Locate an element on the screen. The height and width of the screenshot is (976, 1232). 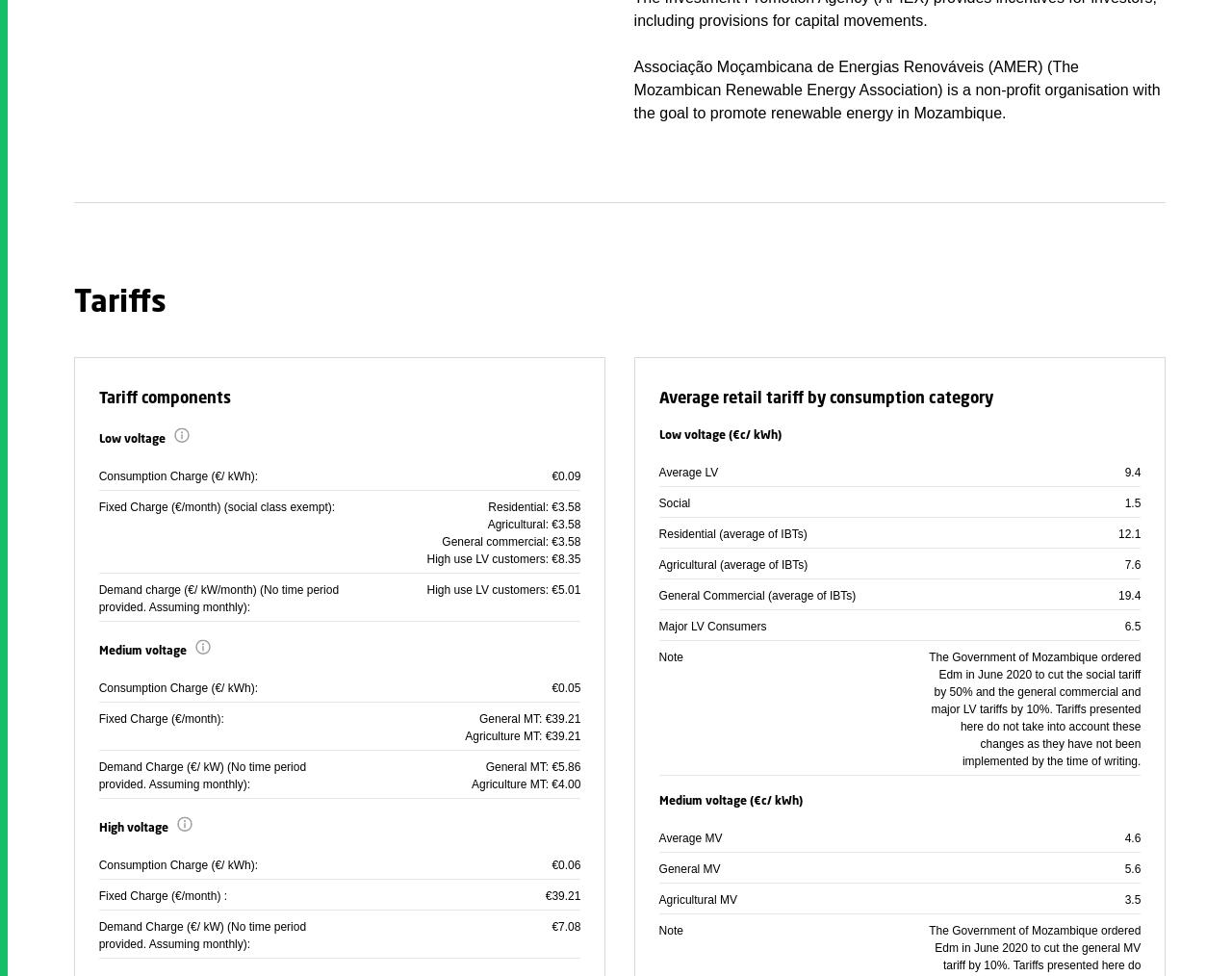
'General MT: €5.86' is located at coordinates (484, 767).